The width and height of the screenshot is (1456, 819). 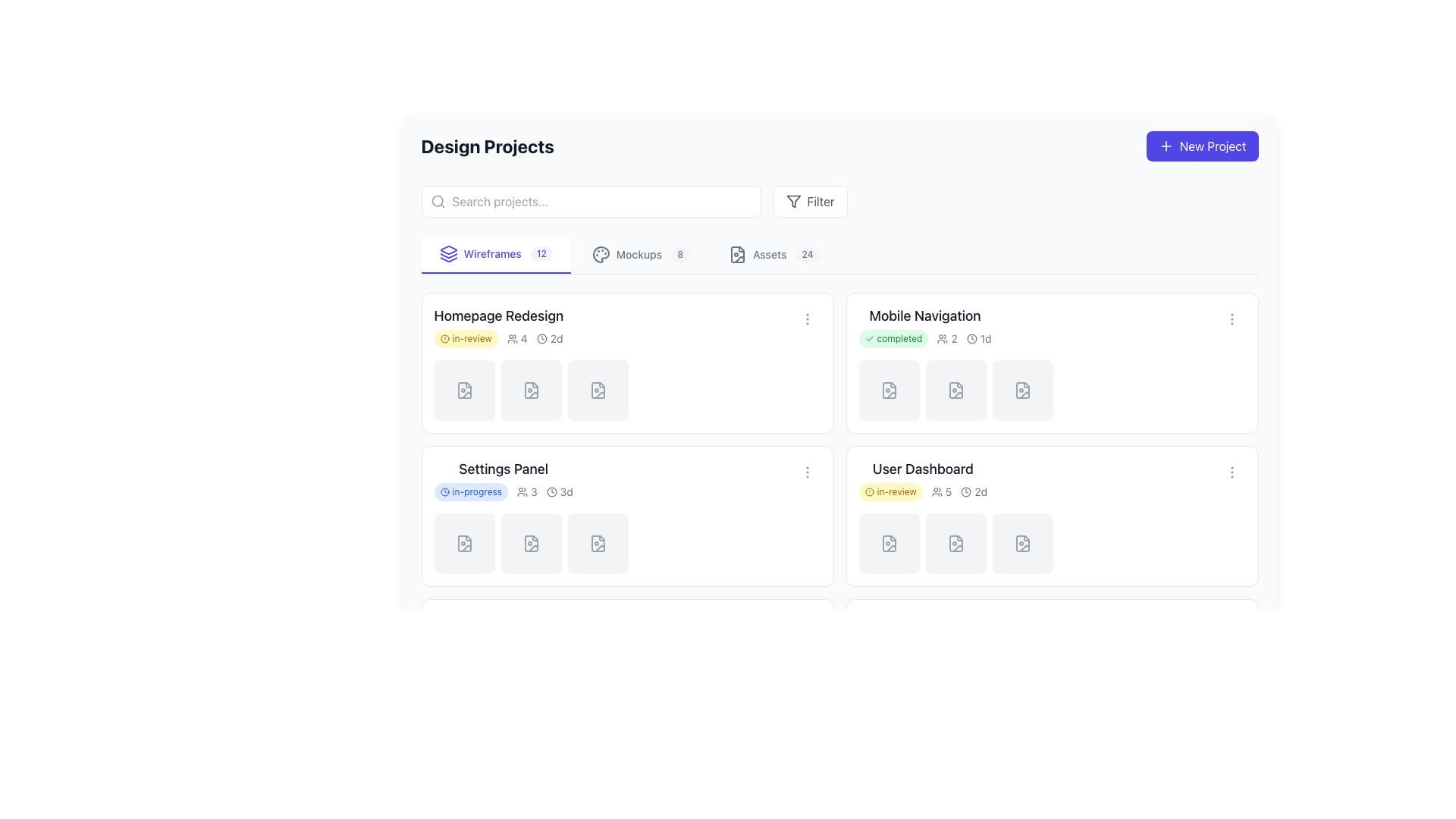 What do you see at coordinates (806, 472) in the screenshot?
I see `the overflow menu toggle located in the top-right corner of the 'Settings Panel' card` at bounding box center [806, 472].